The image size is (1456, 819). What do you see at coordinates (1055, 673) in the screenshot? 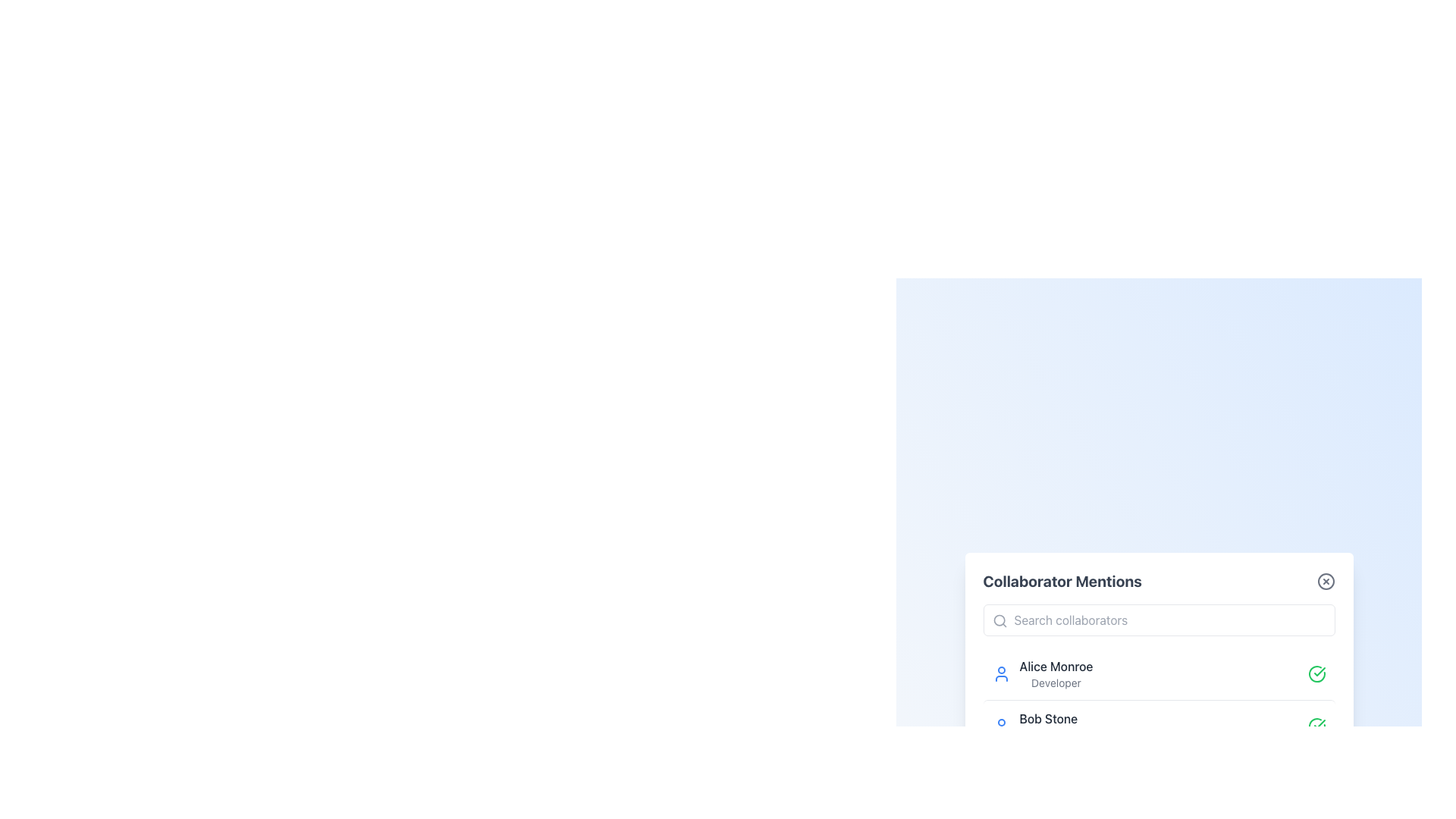
I see `the text block displaying 'Alice Monroe' and 'Developer' within the 'Collaborator Mentions' section` at bounding box center [1055, 673].